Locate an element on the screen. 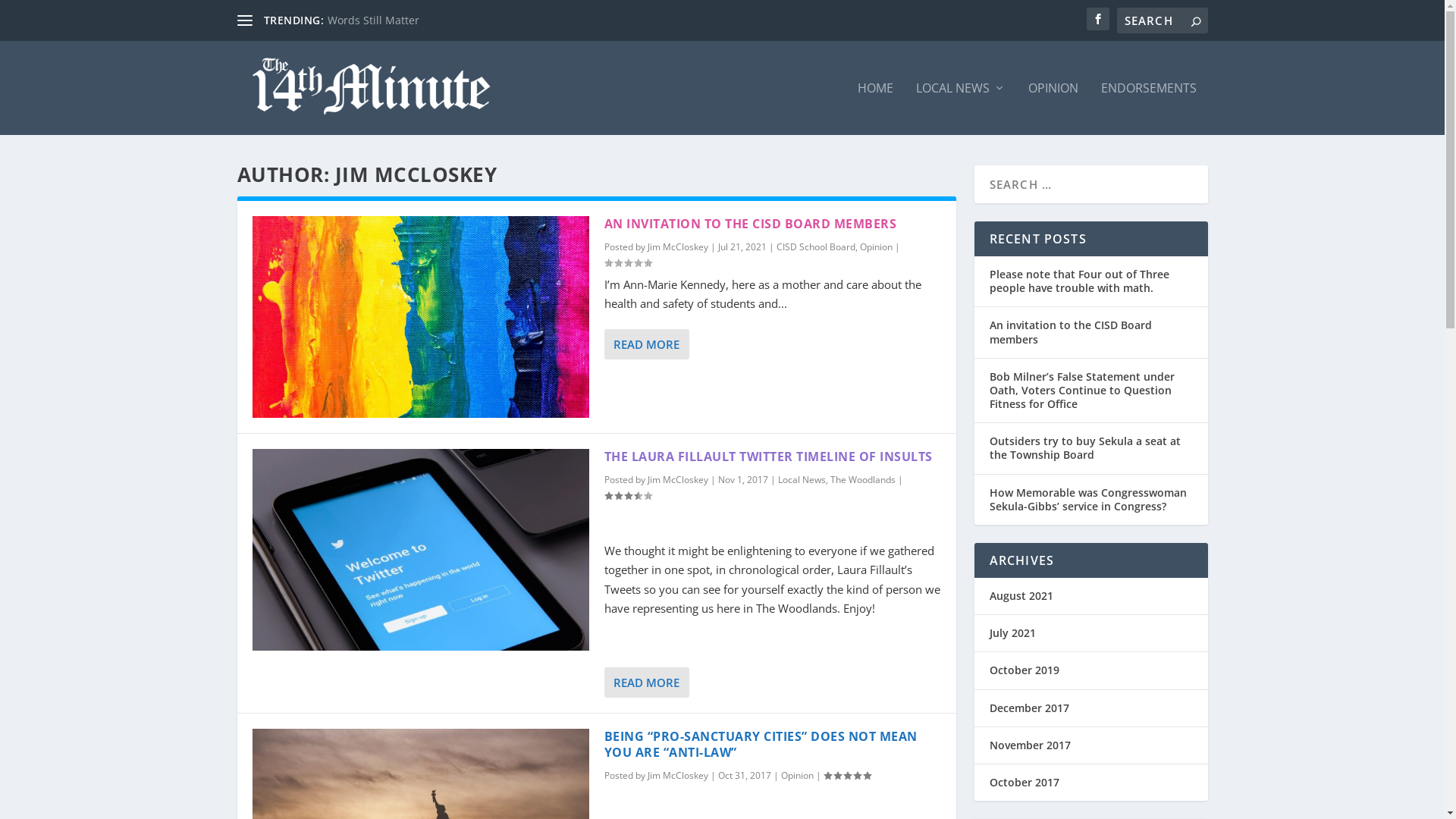 The height and width of the screenshot is (819, 1456). 'October 2017' is located at coordinates (989, 782).